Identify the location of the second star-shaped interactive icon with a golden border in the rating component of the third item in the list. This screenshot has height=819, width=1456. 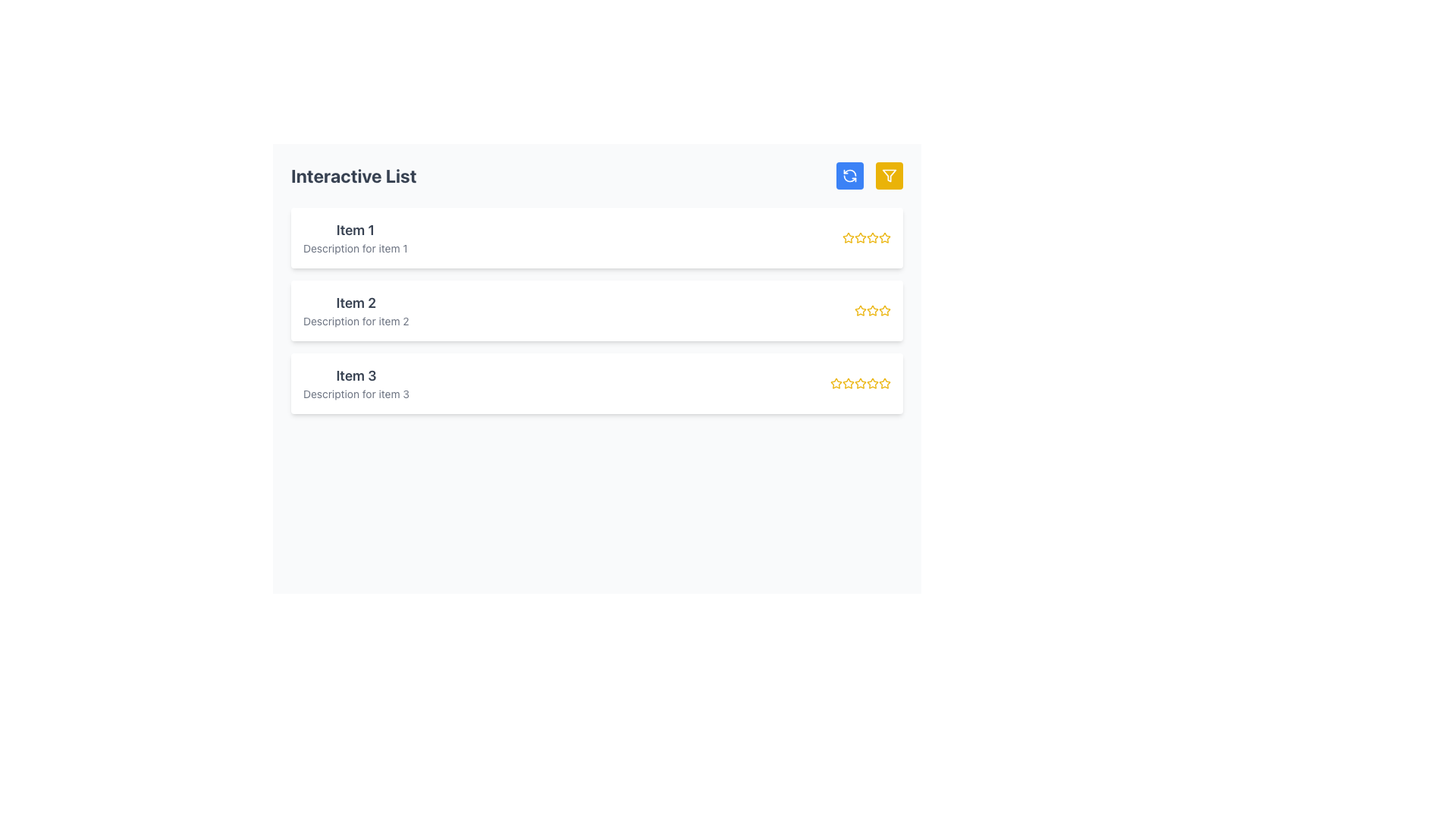
(860, 382).